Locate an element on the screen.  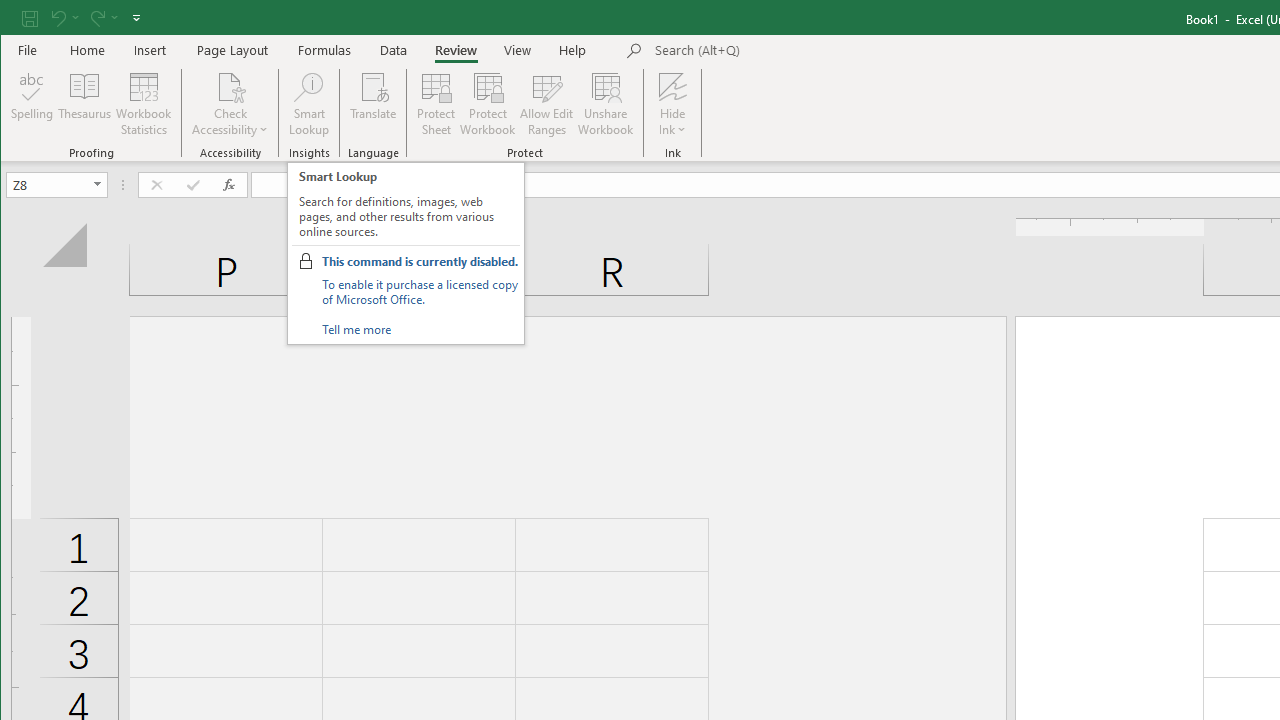
'Help' is located at coordinates (572, 49).